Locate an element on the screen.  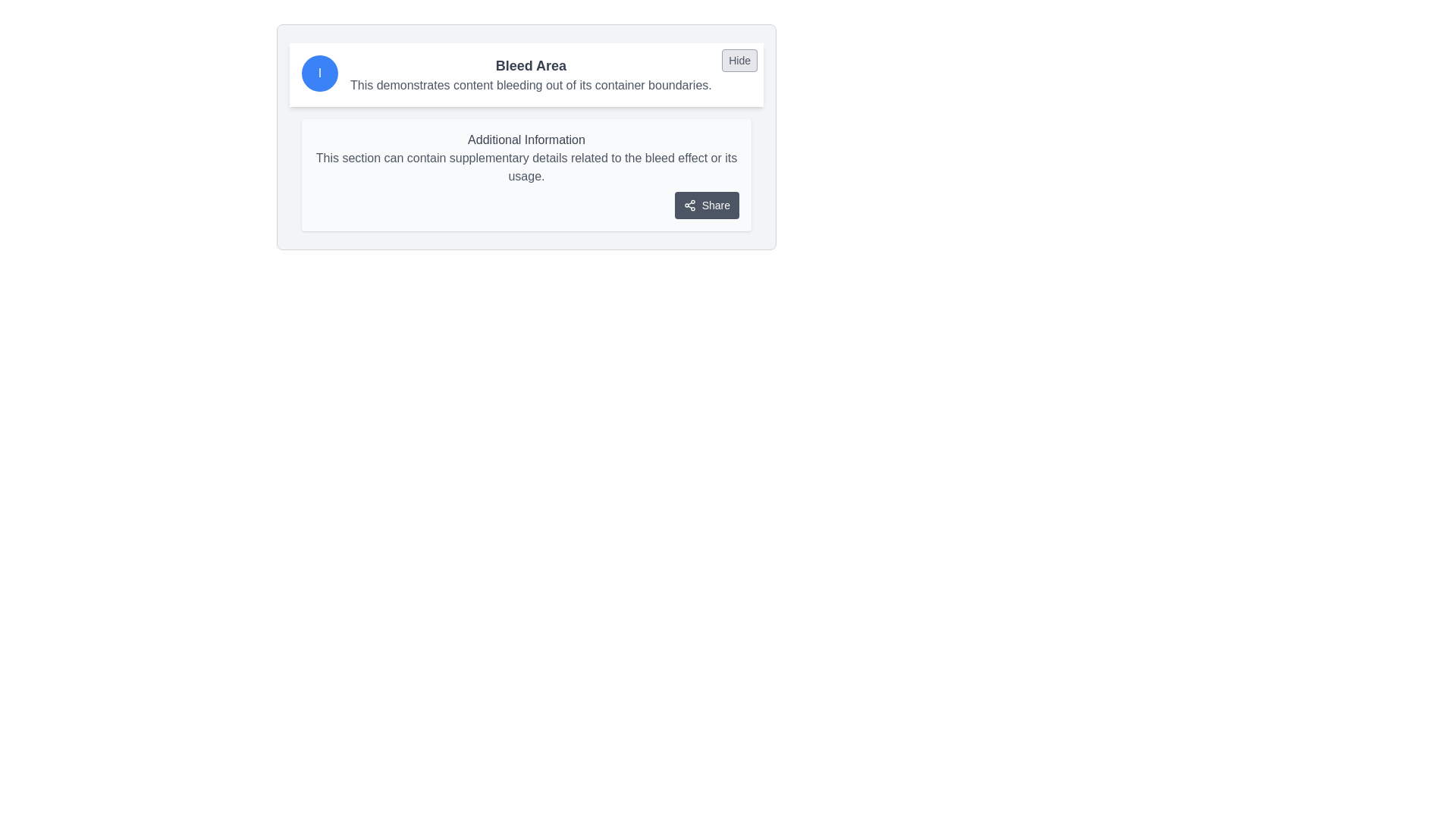
the 'Share' button which contains a compact icon resembling a network or share symbol, located in the lower-right section of the panel is located at coordinates (689, 205).